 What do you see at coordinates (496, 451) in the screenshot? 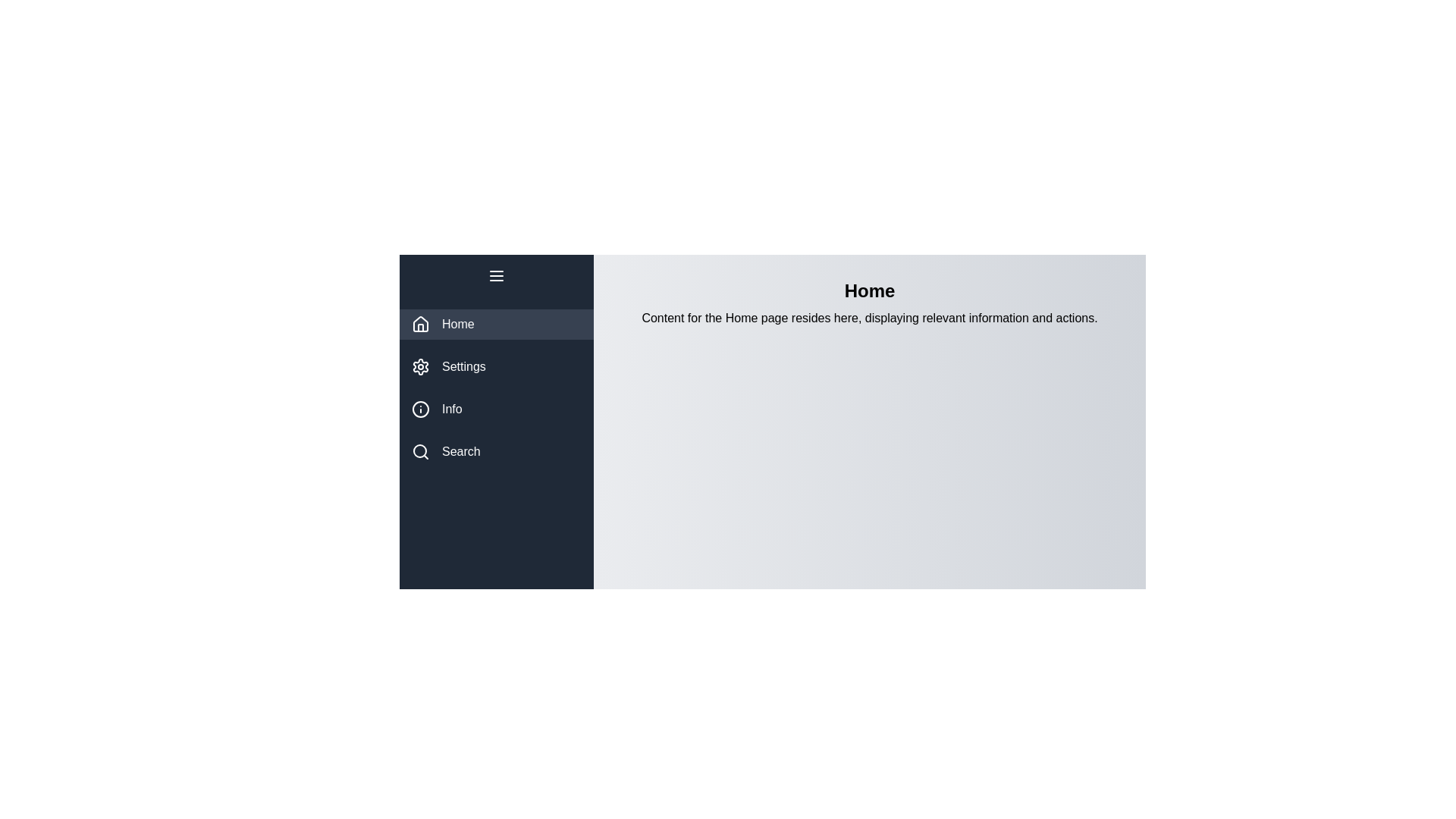
I see `the tab Search from the menu` at bounding box center [496, 451].